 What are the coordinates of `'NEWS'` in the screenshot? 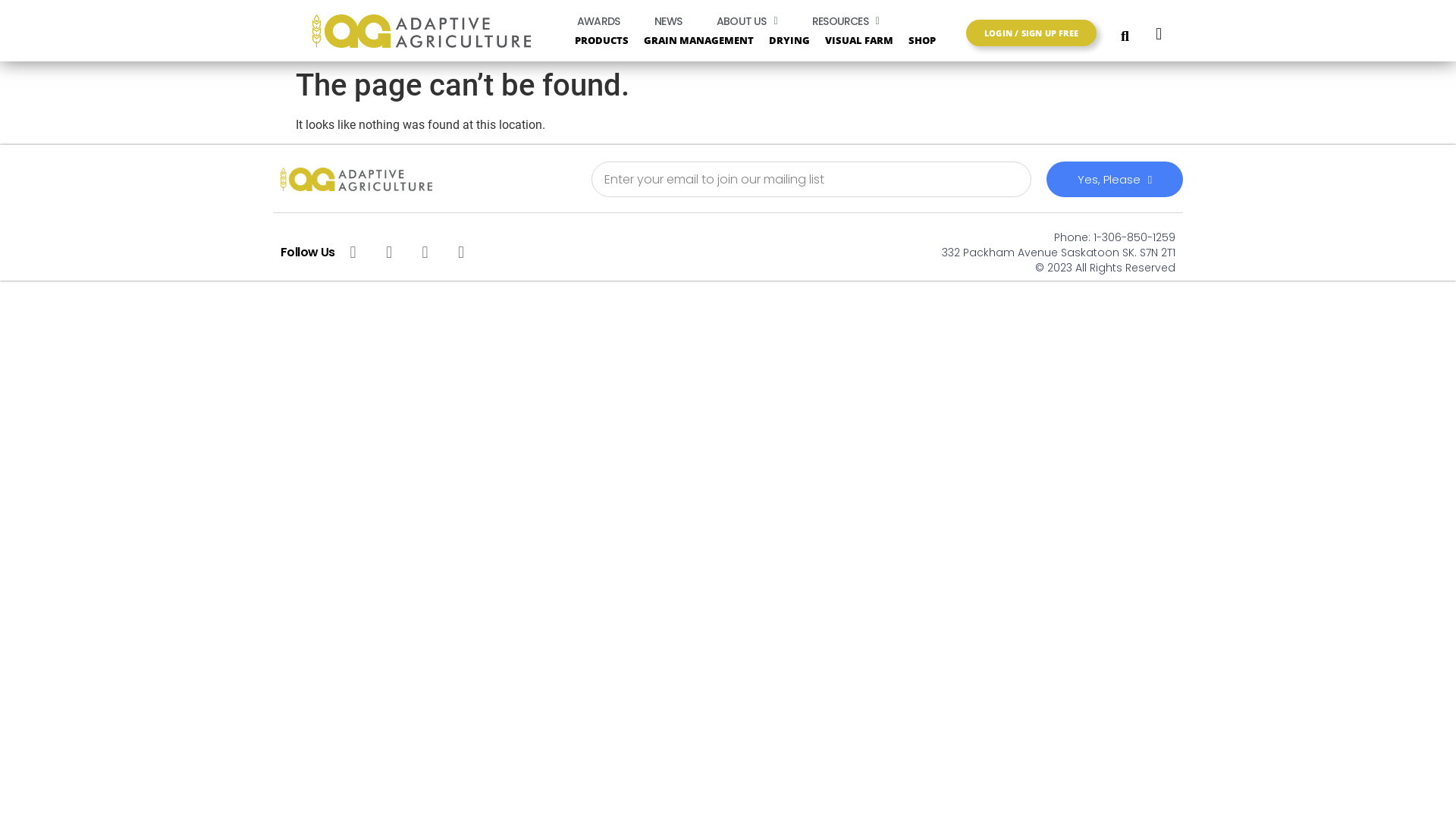 It's located at (667, 20).